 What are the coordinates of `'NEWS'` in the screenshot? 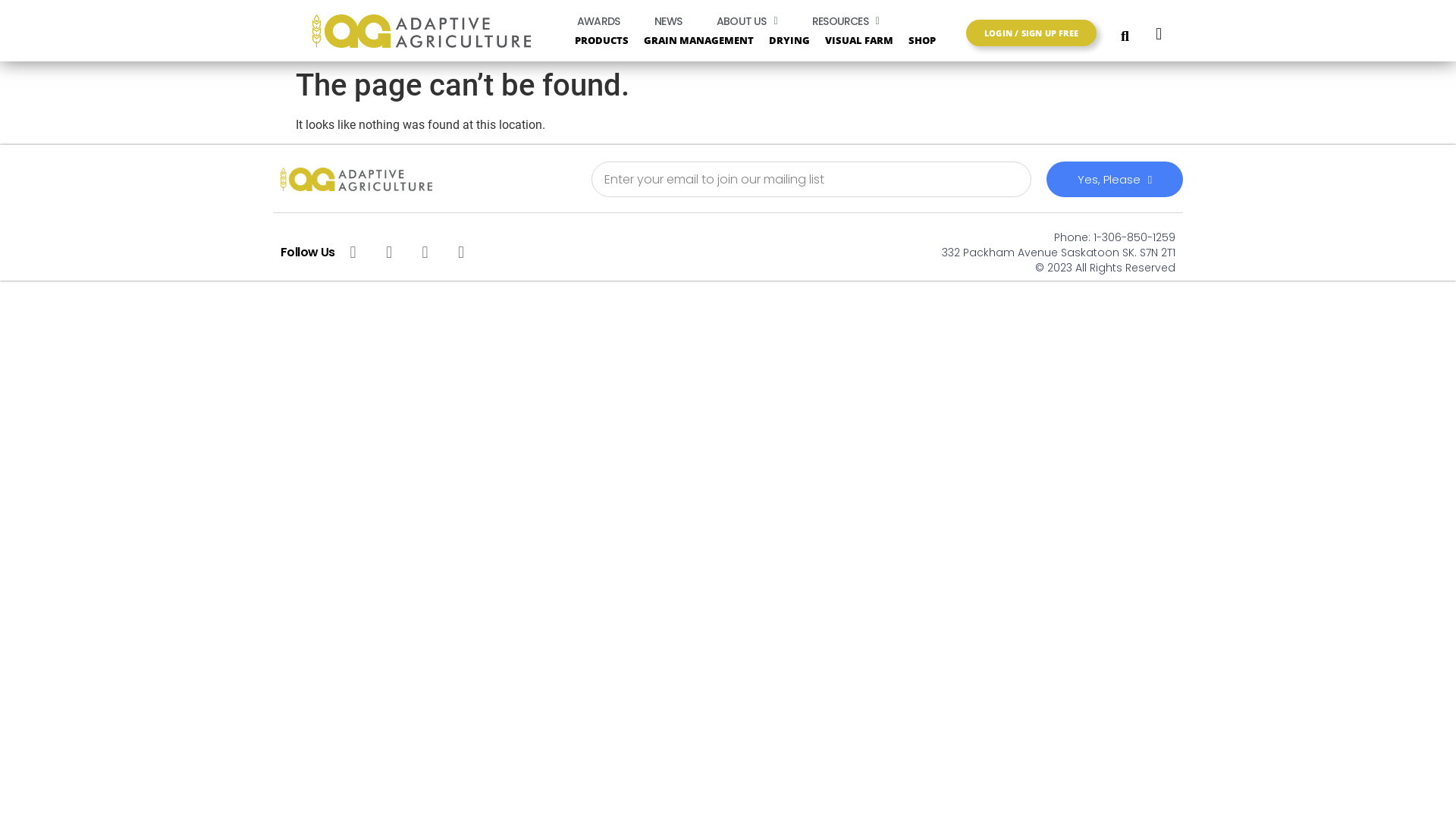 It's located at (667, 20).